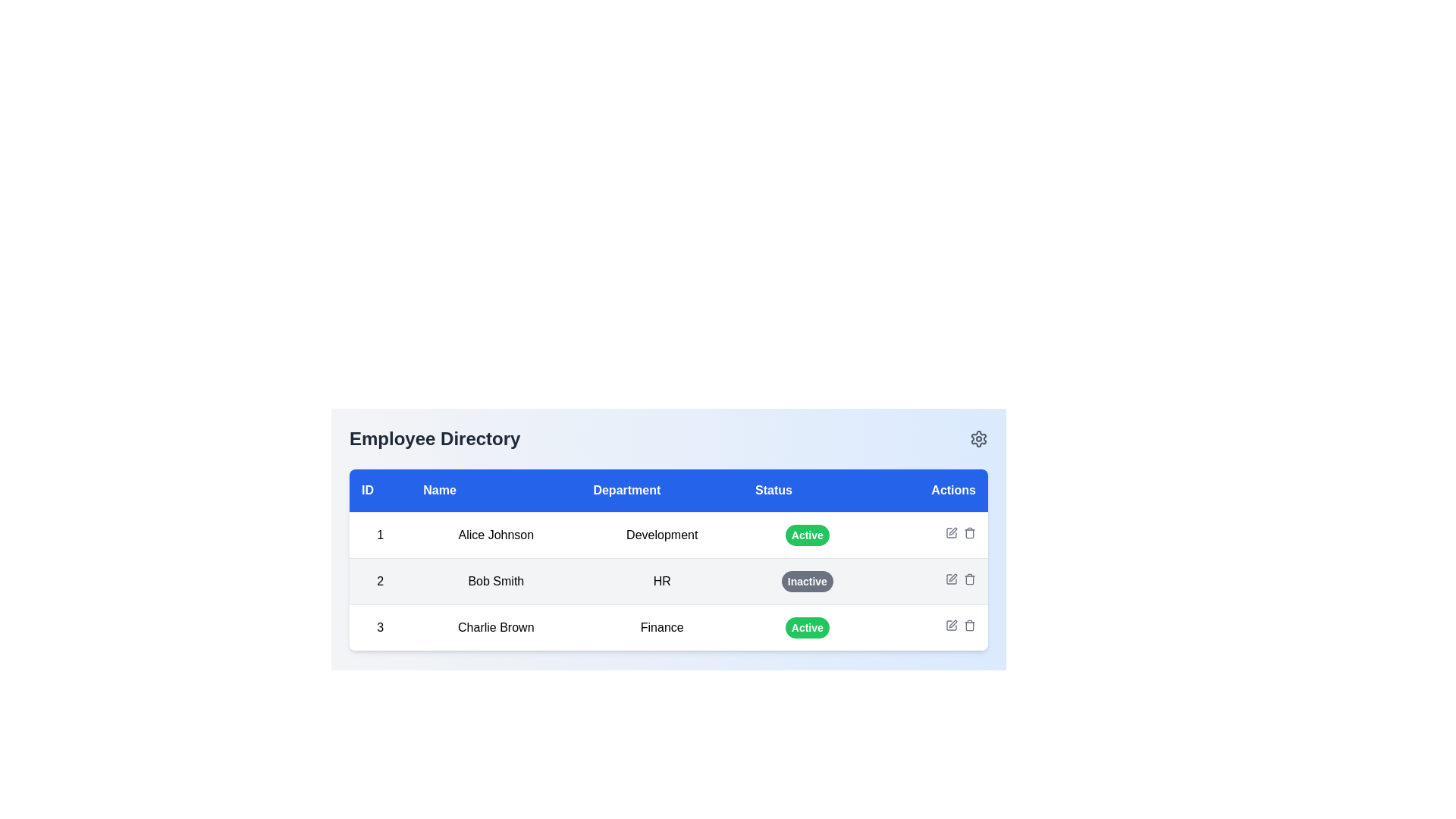  Describe the element at coordinates (806, 534) in the screenshot. I see `the Status indicator element labeled 'Active', which is a pill-shaped label with a green background and white bold text, located in the first row of the employee table` at that location.